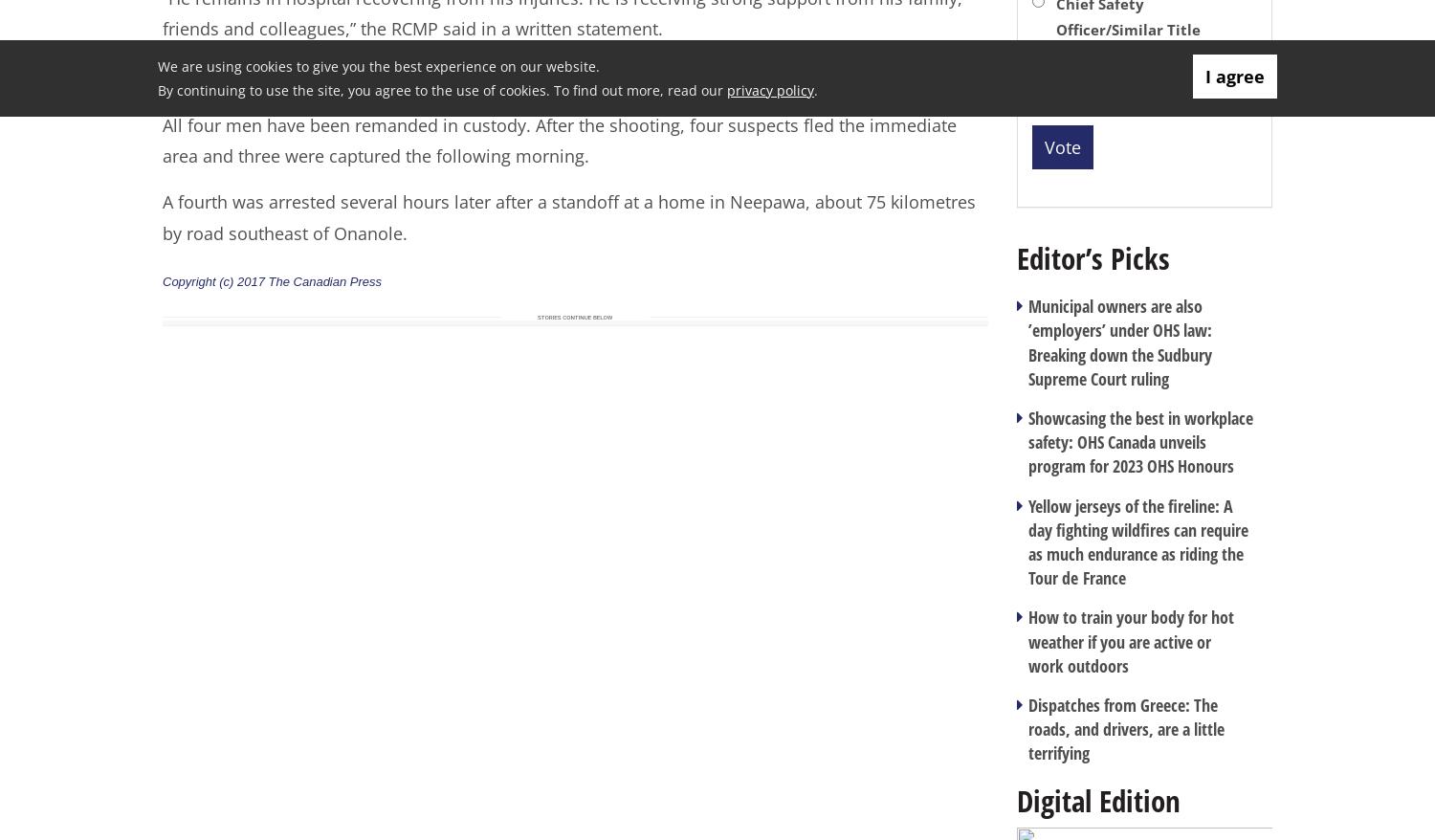 Image resolution: width=1435 pixels, height=840 pixels. I want to click on 'By continuing to use the site, you agree to the use of cookies. To find out more, read our', so click(441, 88).